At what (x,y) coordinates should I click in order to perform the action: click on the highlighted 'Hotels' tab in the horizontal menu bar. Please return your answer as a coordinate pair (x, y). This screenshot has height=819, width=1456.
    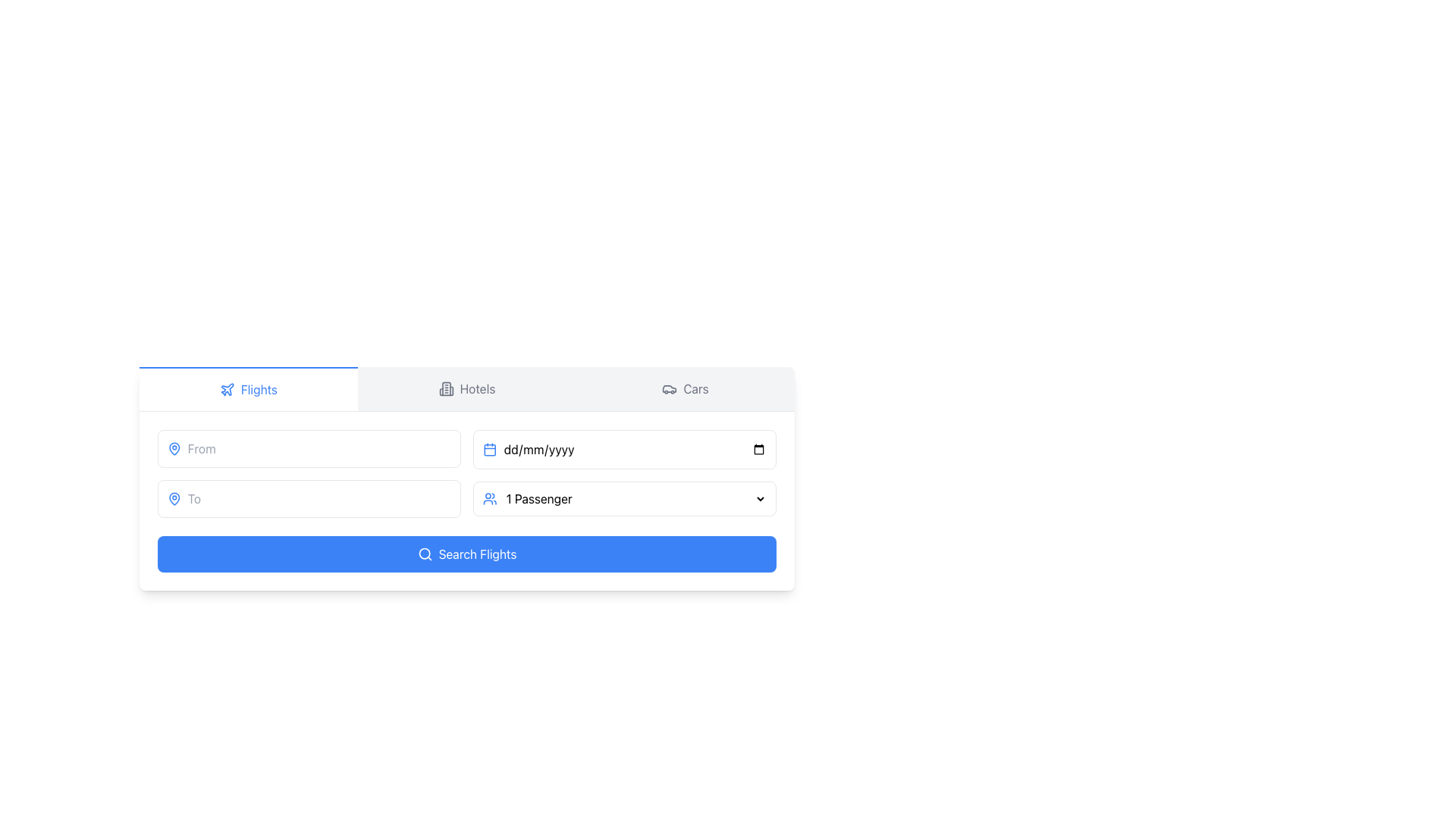
    Looking at the image, I should click on (466, 388).